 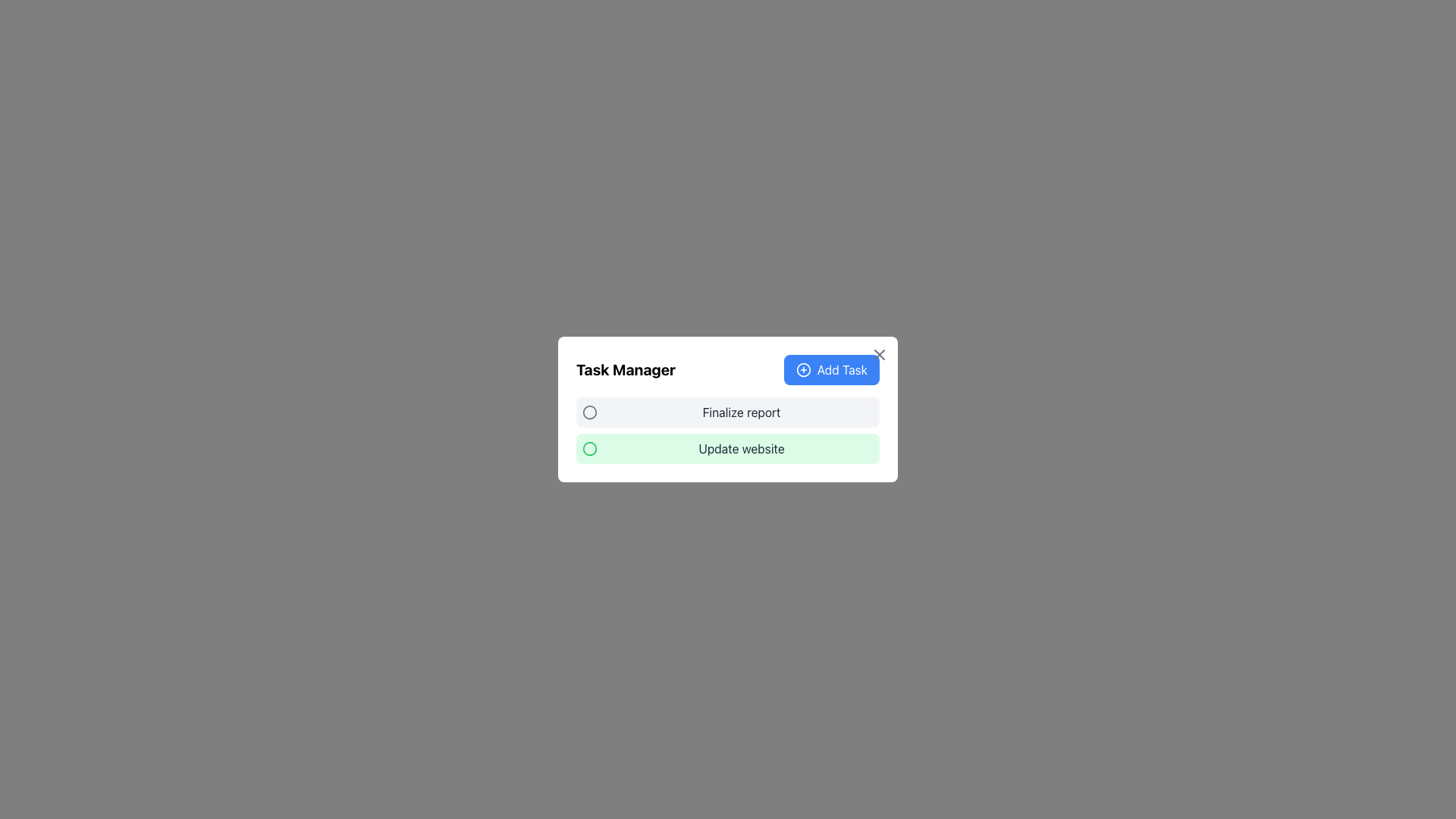 I want to click on the solid green circle Status Indicator located to the left of the text 'Update website' in the task list, so click(x=588, y=447).